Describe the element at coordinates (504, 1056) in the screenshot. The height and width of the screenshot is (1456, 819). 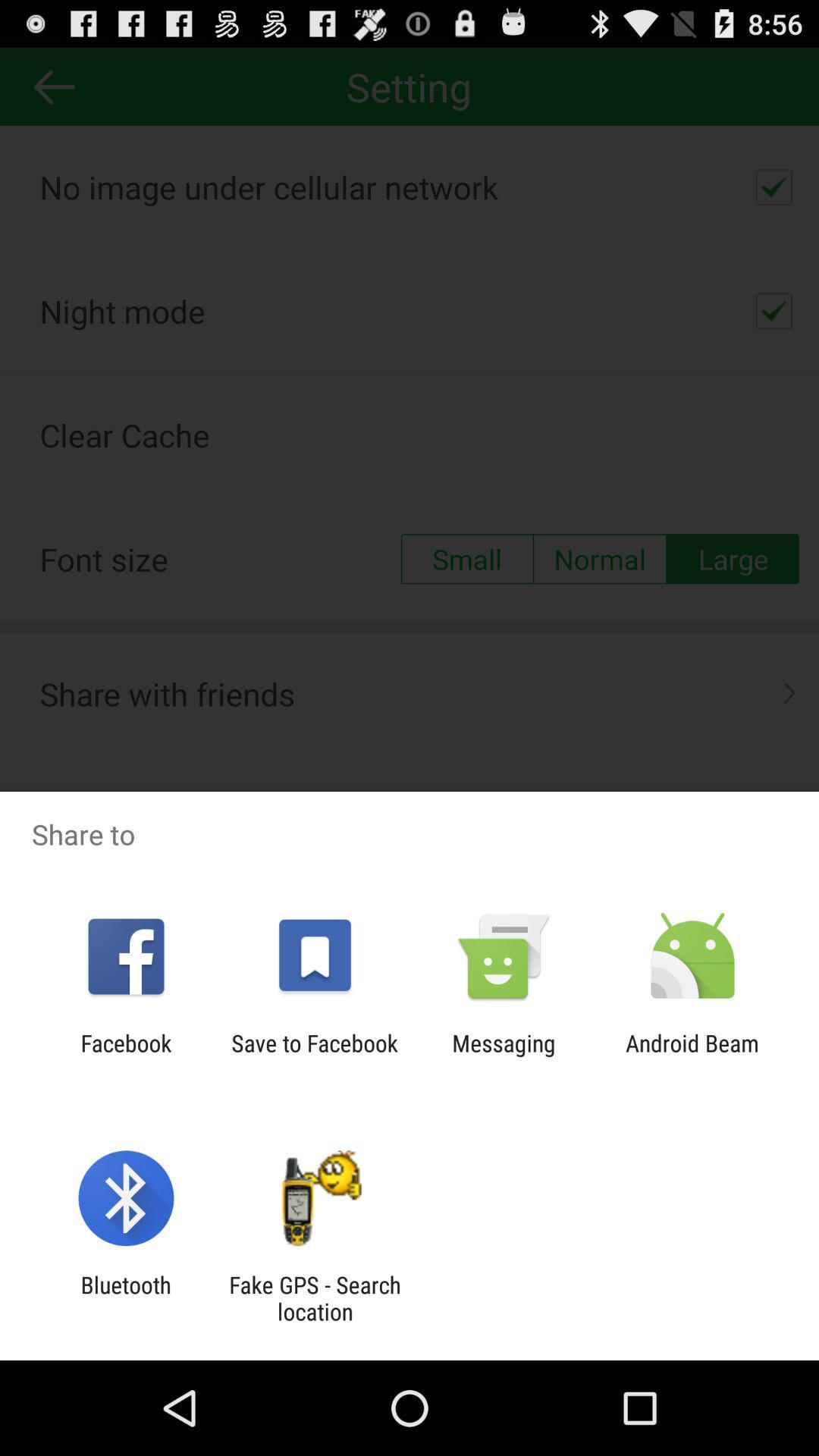
I see `the app to the right of the save to facebook` at that location.